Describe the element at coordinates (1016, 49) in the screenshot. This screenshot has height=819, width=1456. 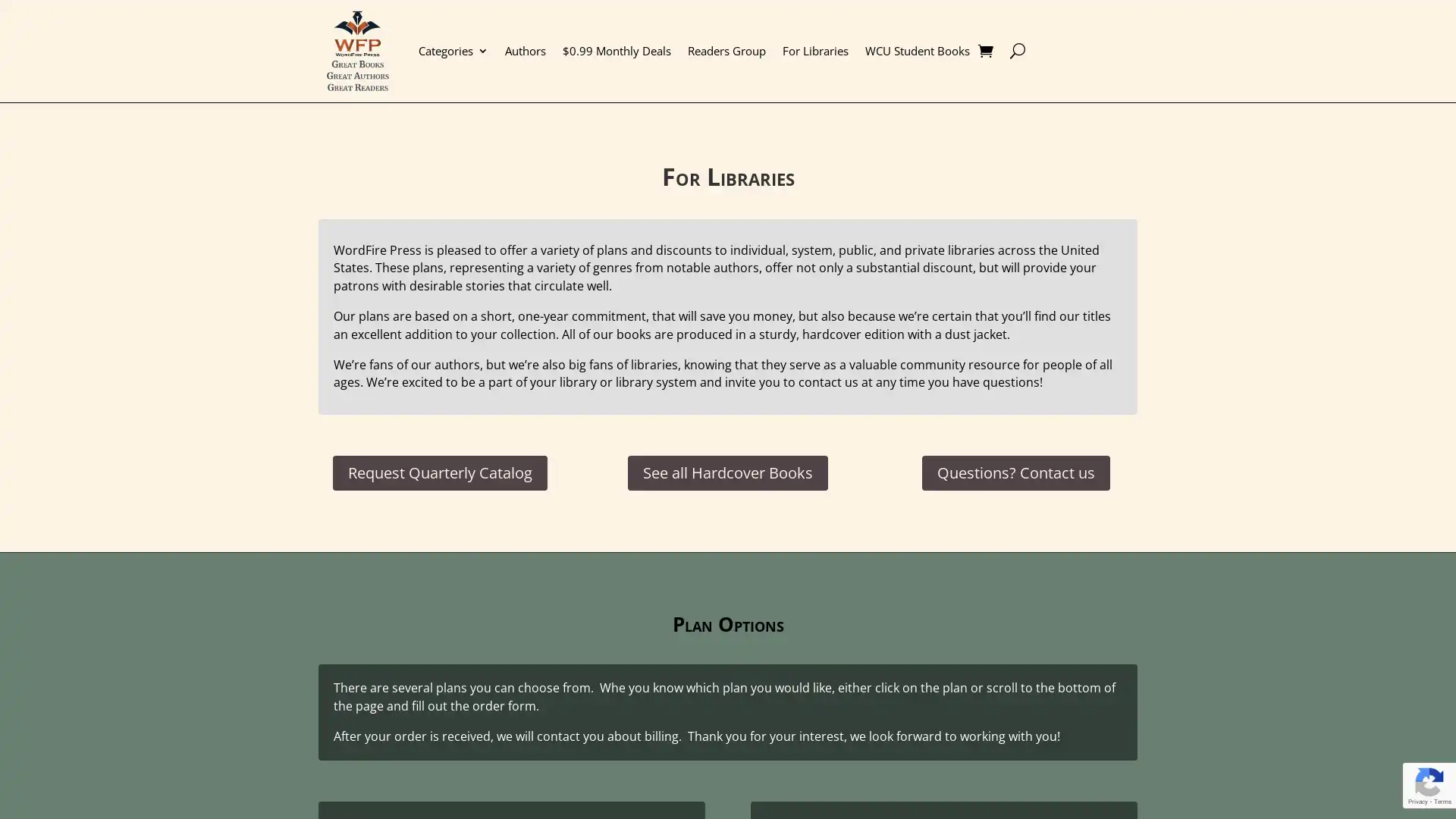
I see `U` at that location.